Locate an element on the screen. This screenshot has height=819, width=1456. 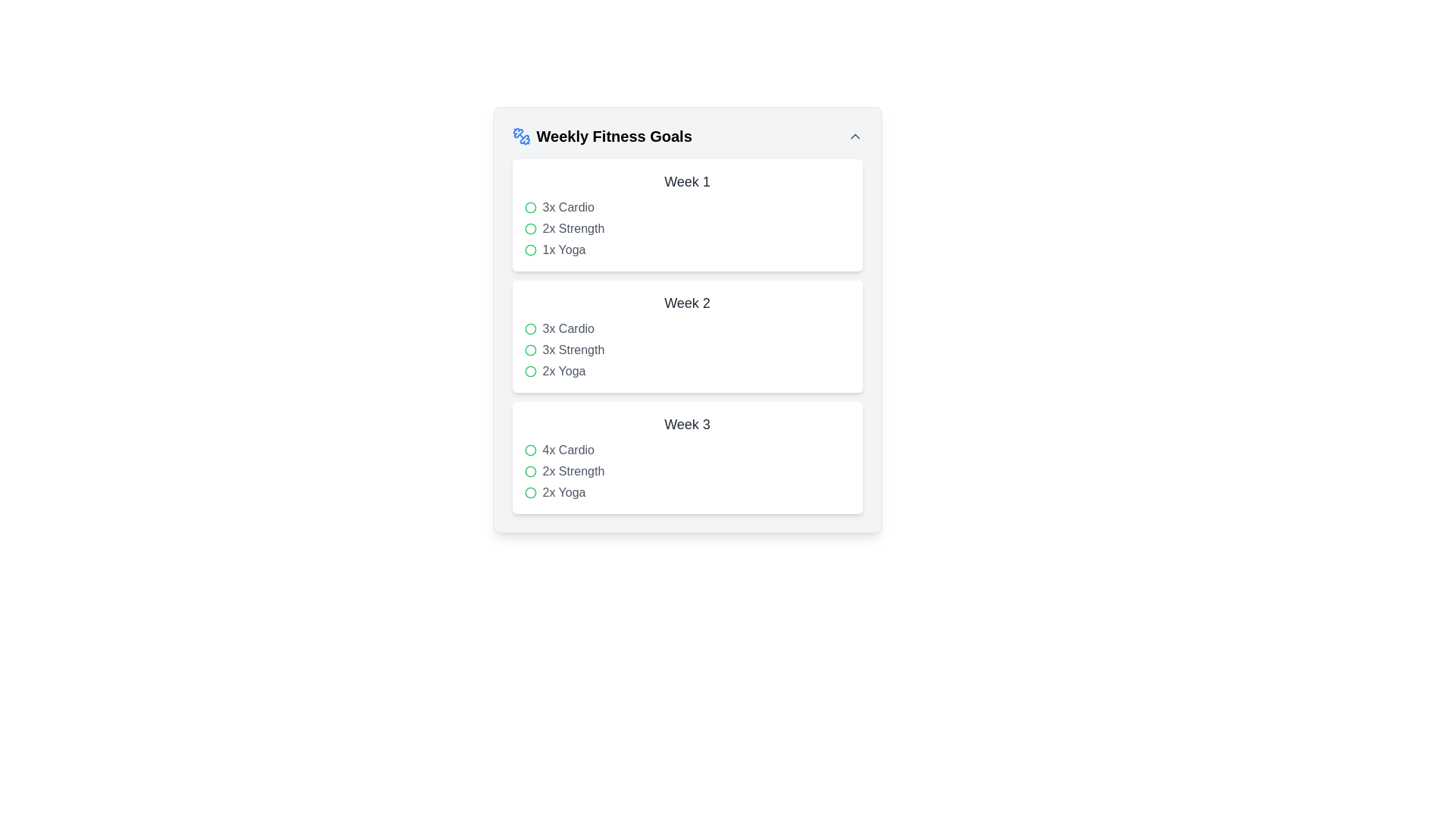
the circular icon with a green border indicating status or completion, located to the left of the text '1x Yoga' in the 'Week 1' section is located at coordinates (530, 249).